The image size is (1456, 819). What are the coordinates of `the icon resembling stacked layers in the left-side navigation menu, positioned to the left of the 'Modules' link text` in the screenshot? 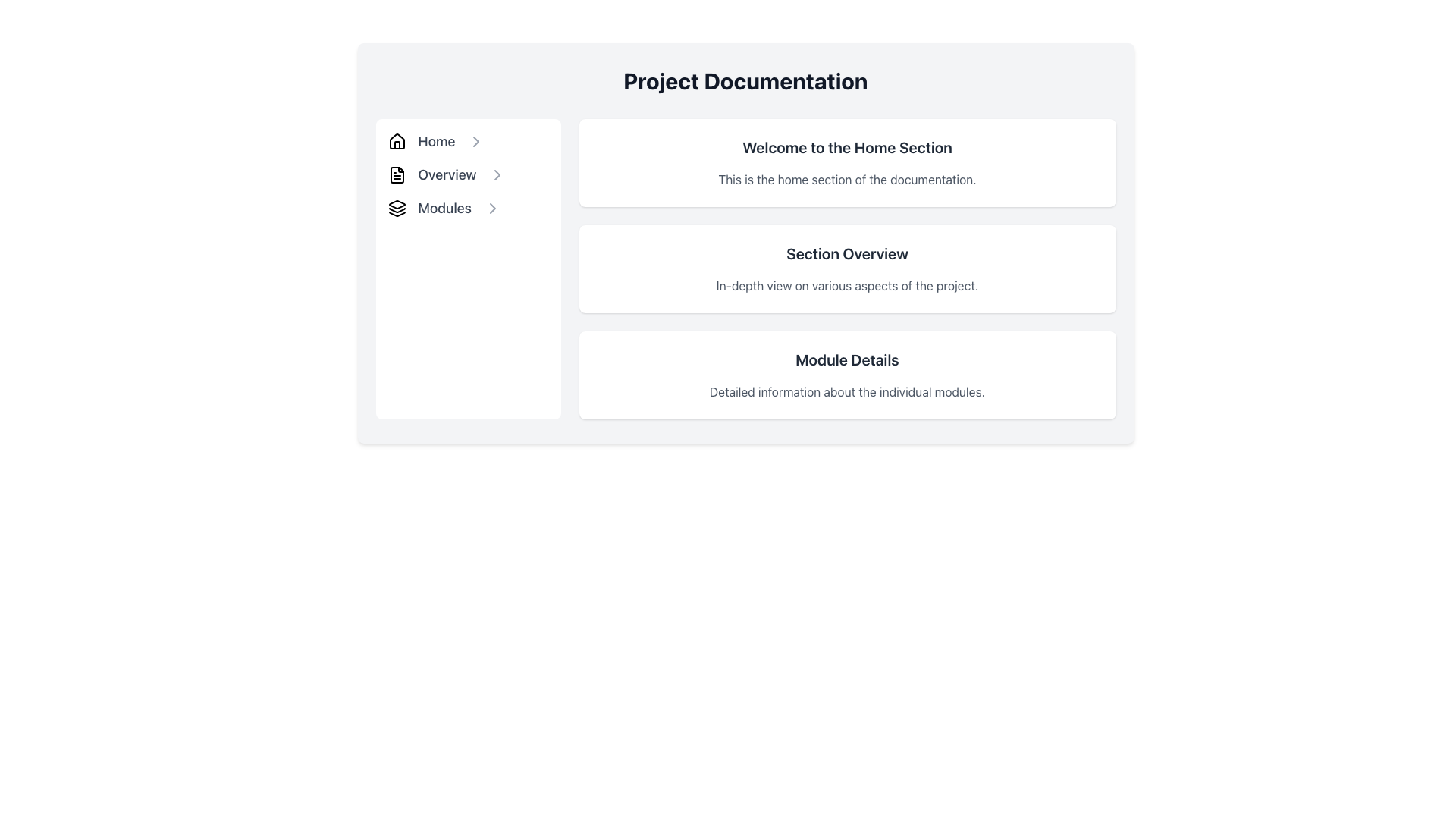 It's located at (397, 208).